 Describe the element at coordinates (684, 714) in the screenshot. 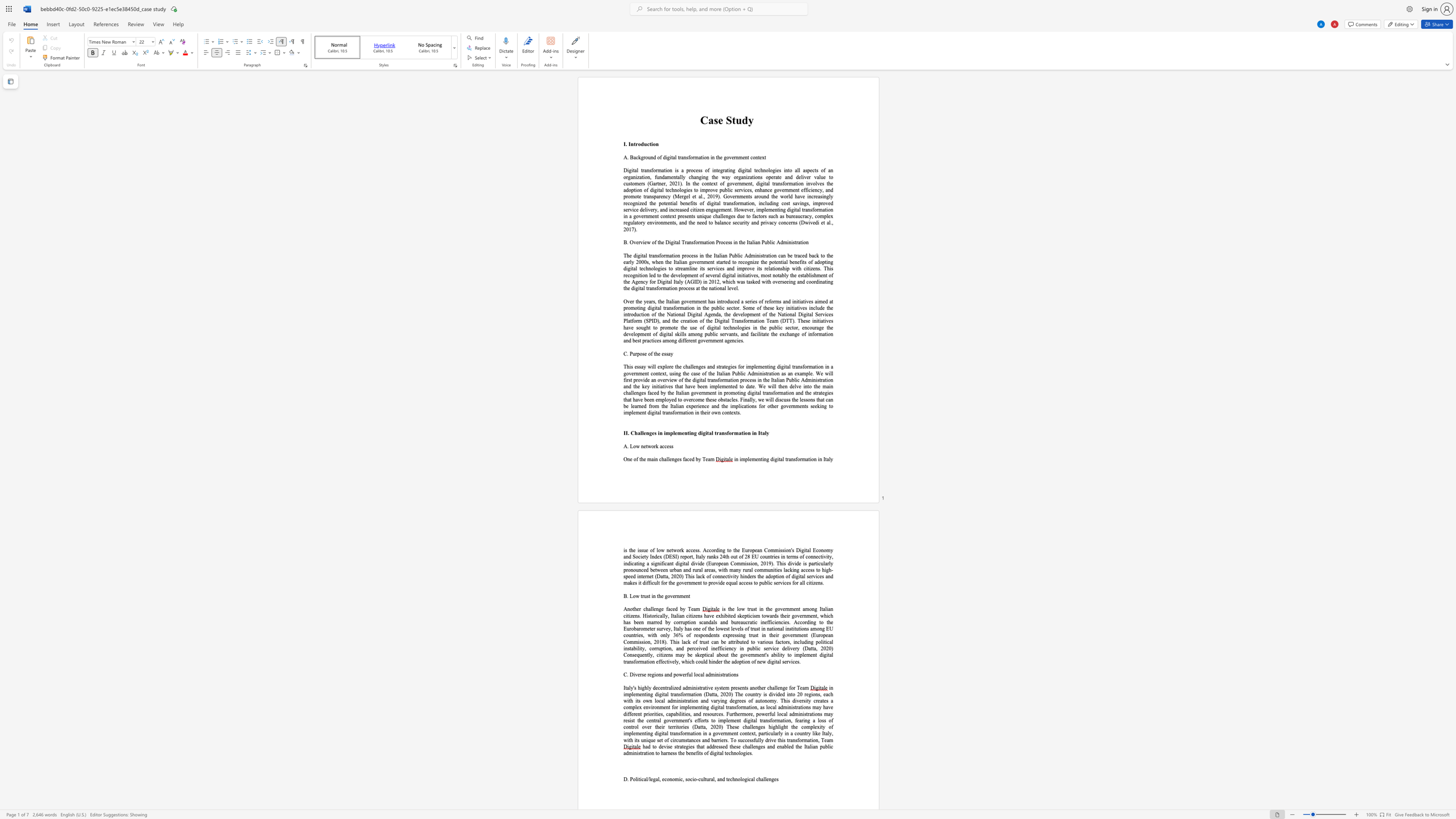

I see `the subset text "ies, and resources. Furthermore, powerful" within the text "in implementing digital transformation (Datta, 2020) The country is divided into 20 regions, each with its own local administration and varying degrees of autonomy. This diversity creates a complex environment for implementing digital transformation, as local administrations may have different priorities, capabilities, and resources. Furthermore, powerful local administrations may resist the central government"` at that location.